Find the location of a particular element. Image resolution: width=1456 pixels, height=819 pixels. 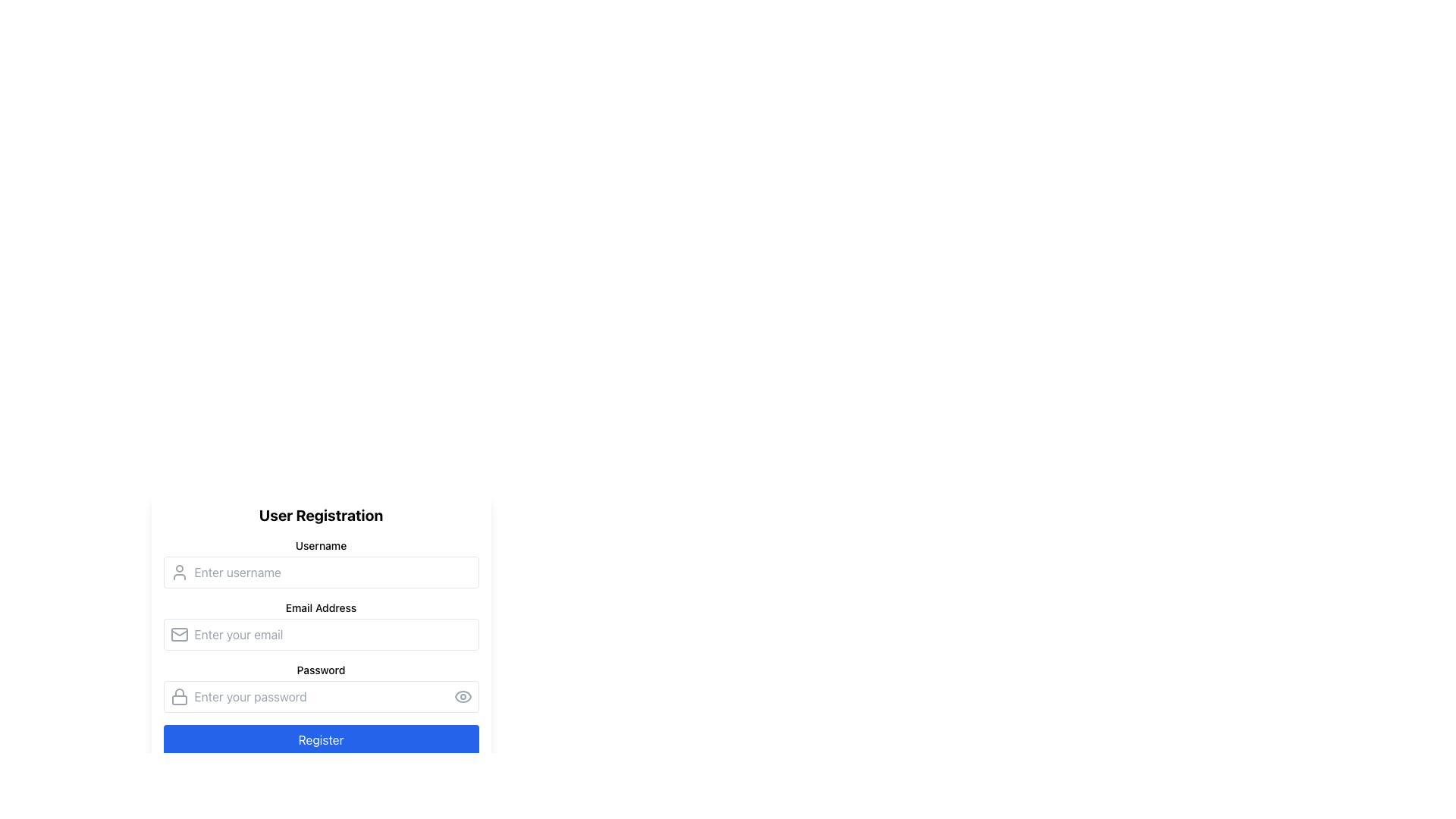

the Password input field to focus on it for entering a password during registration is located at coordinates (320, 687).